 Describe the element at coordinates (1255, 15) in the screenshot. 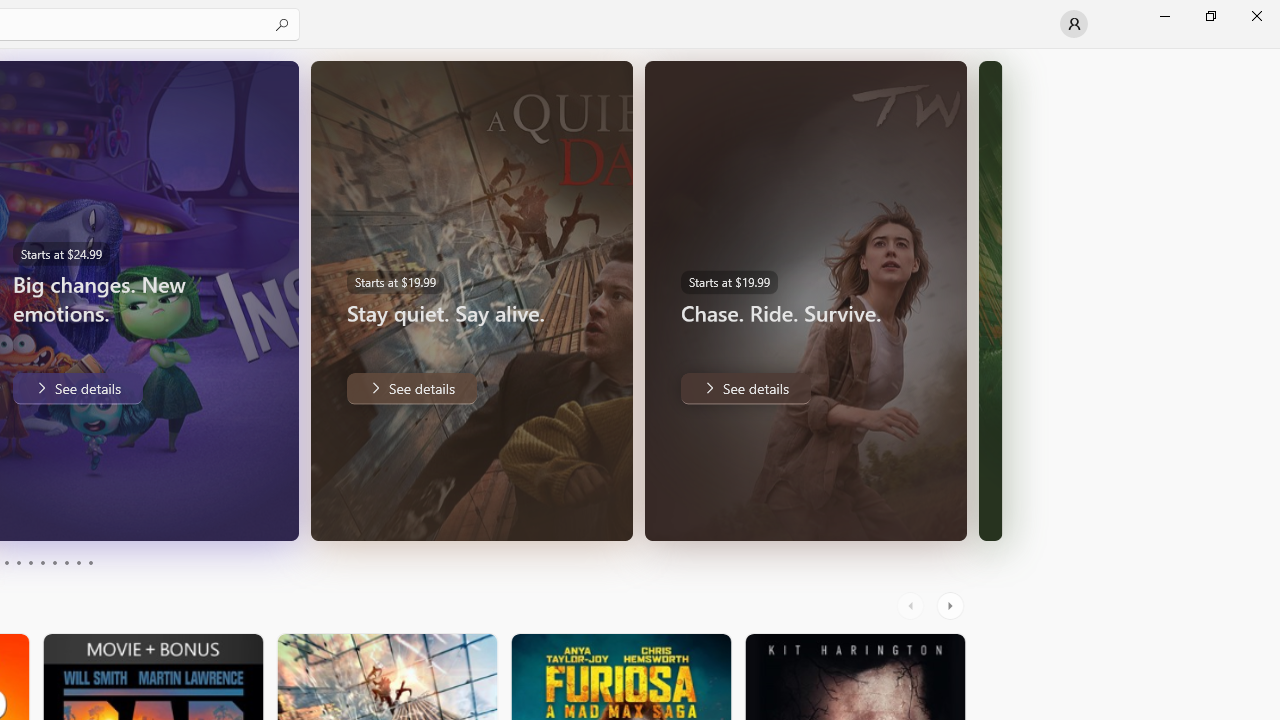

I see `'Close Microsoft Store'` at that location.